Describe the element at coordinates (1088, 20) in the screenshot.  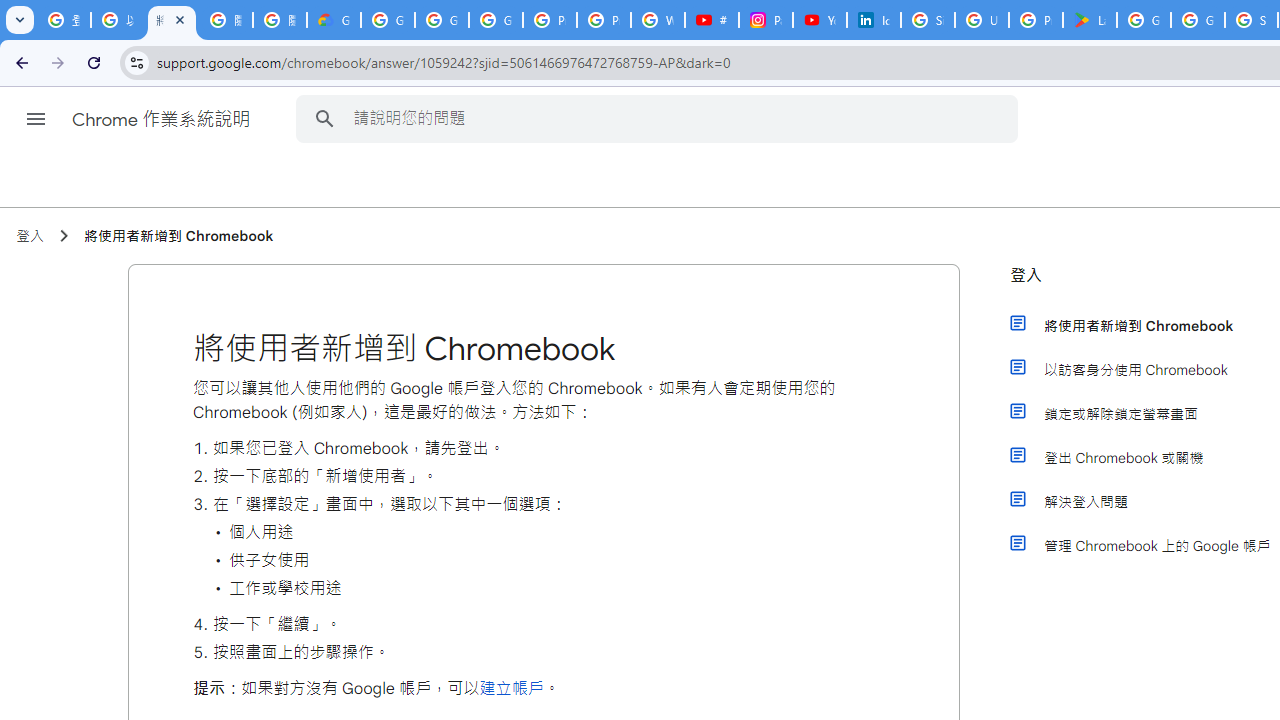
I see `'Last Shelter: Survival - Apps on Google Play'` at that location.